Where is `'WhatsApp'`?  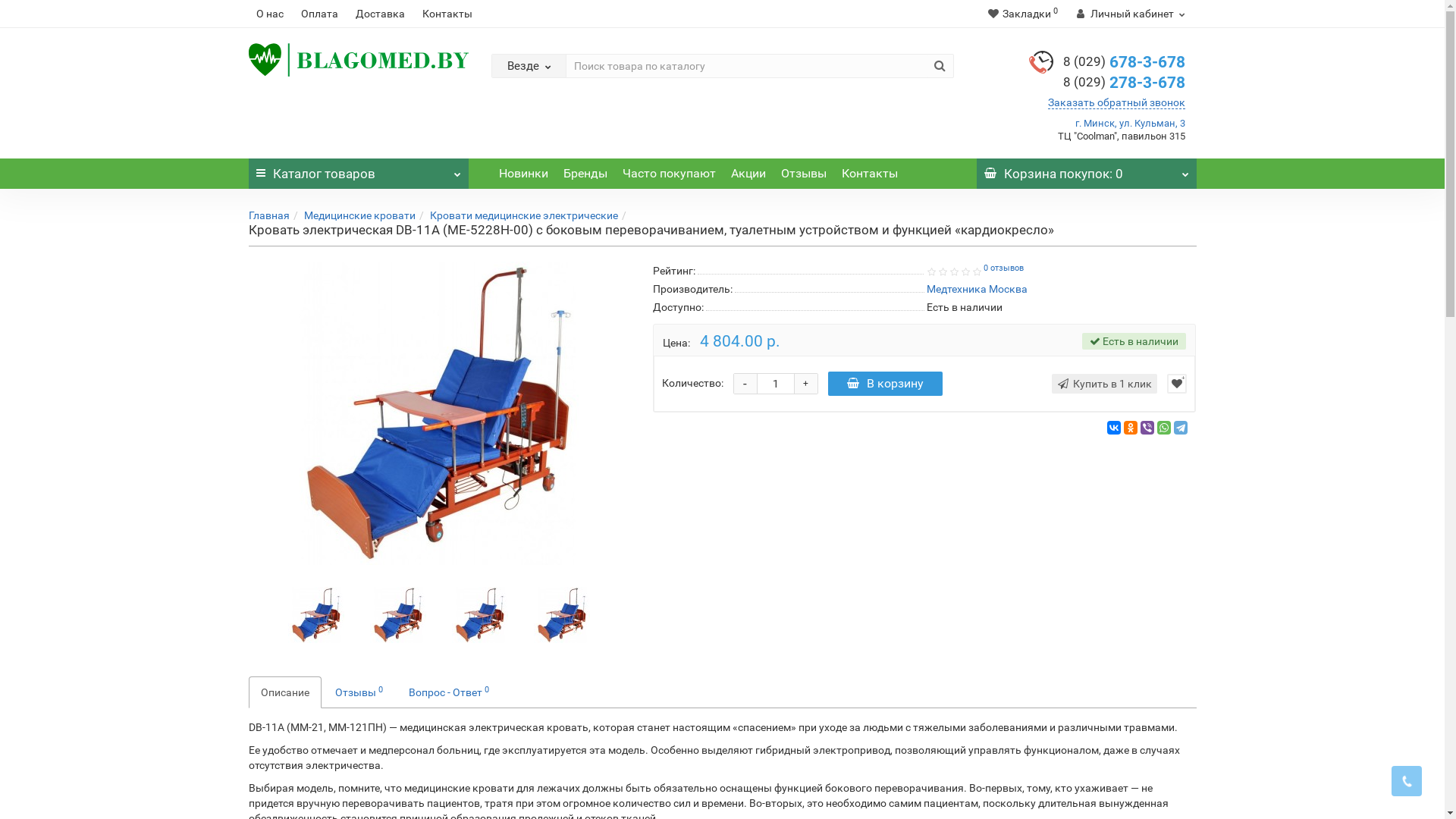
'WhatsApp' is located at coordinates (1163, 427).